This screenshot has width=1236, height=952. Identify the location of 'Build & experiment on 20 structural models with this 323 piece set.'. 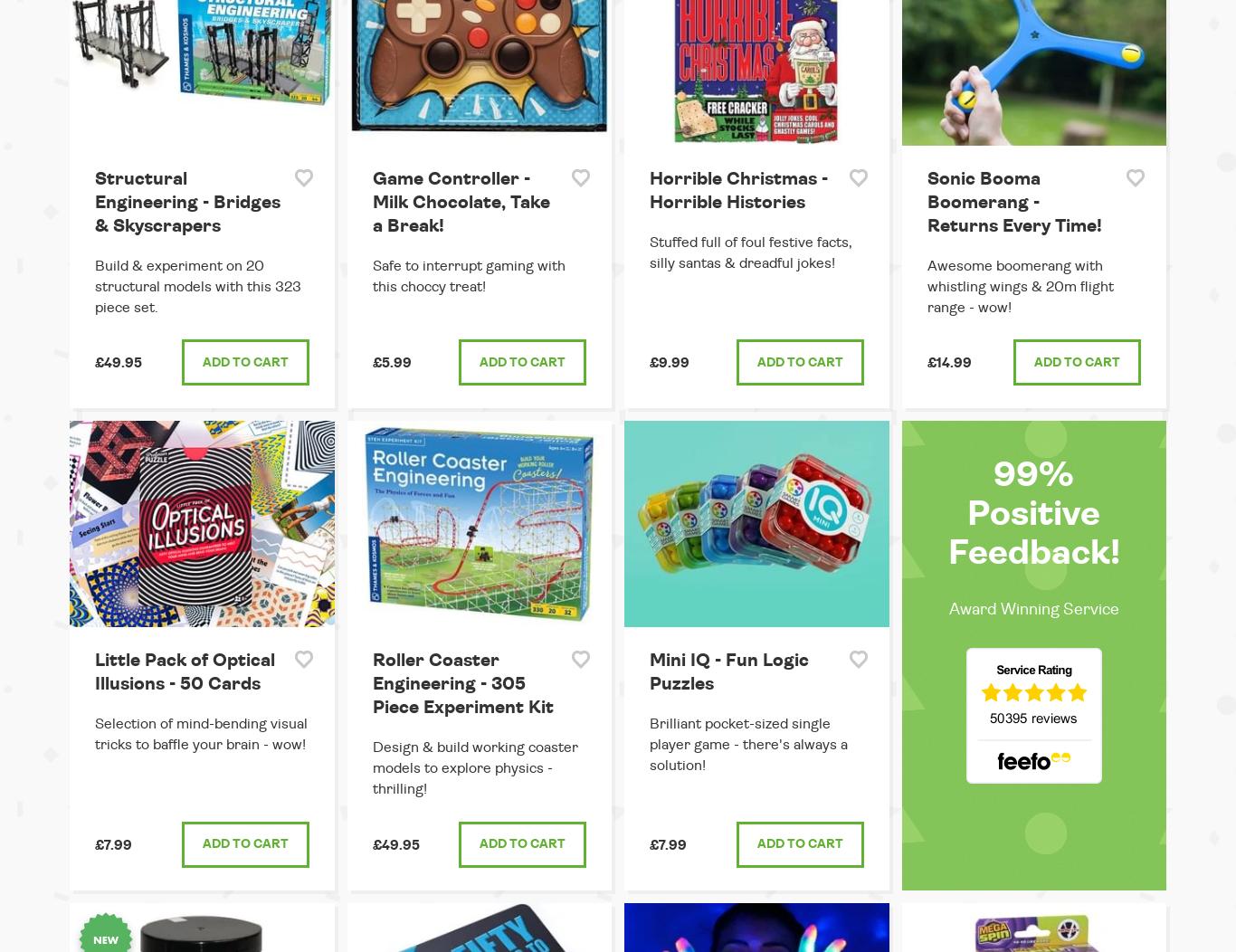
(196, 285).